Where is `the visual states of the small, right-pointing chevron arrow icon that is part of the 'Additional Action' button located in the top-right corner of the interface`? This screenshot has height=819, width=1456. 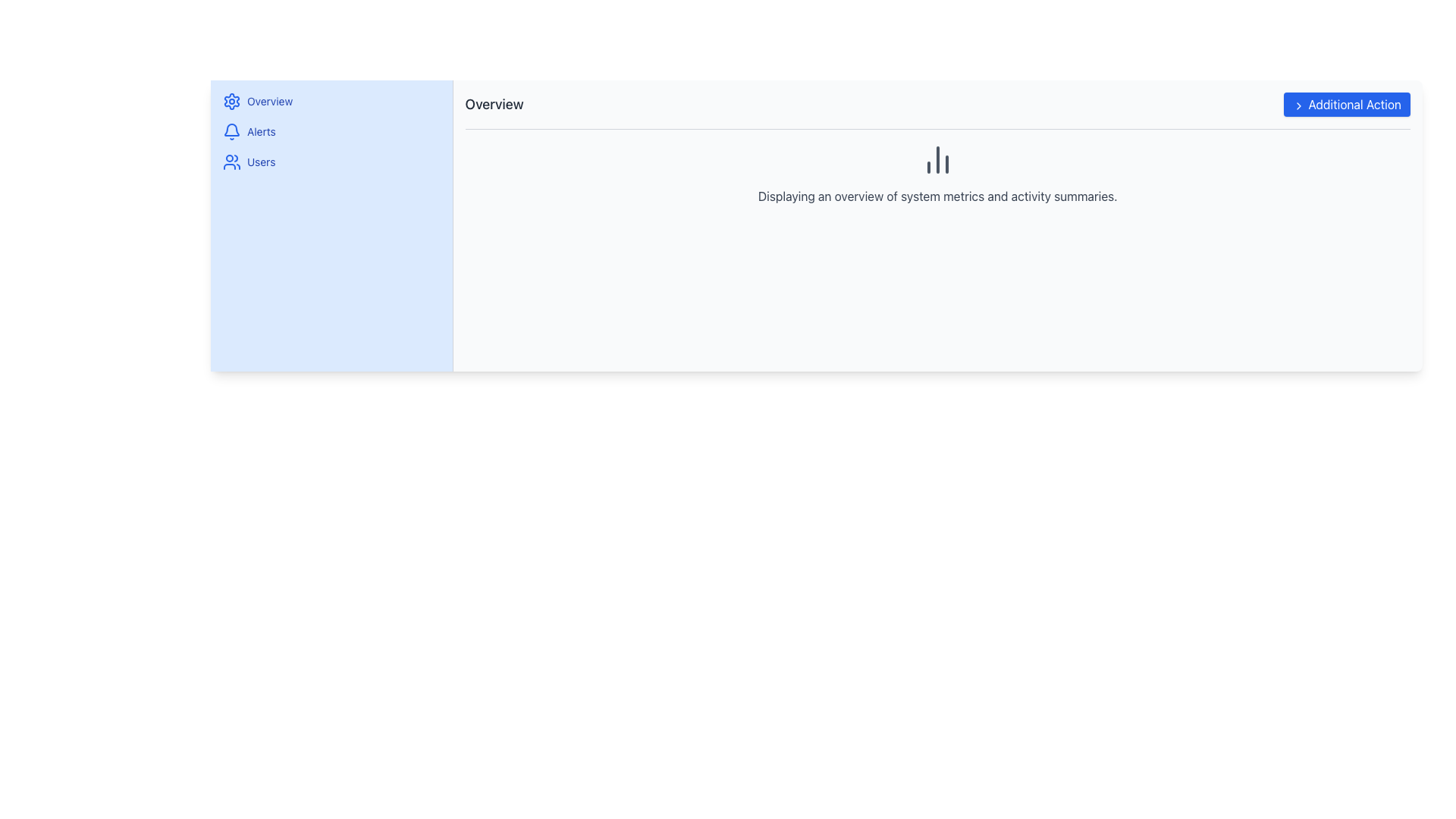 the visual states of the small, right-pointing chevron arrow icon that is part of the 'Additional Action' button located in the top-right corner of the interface is located at coordinates (1298, 105).